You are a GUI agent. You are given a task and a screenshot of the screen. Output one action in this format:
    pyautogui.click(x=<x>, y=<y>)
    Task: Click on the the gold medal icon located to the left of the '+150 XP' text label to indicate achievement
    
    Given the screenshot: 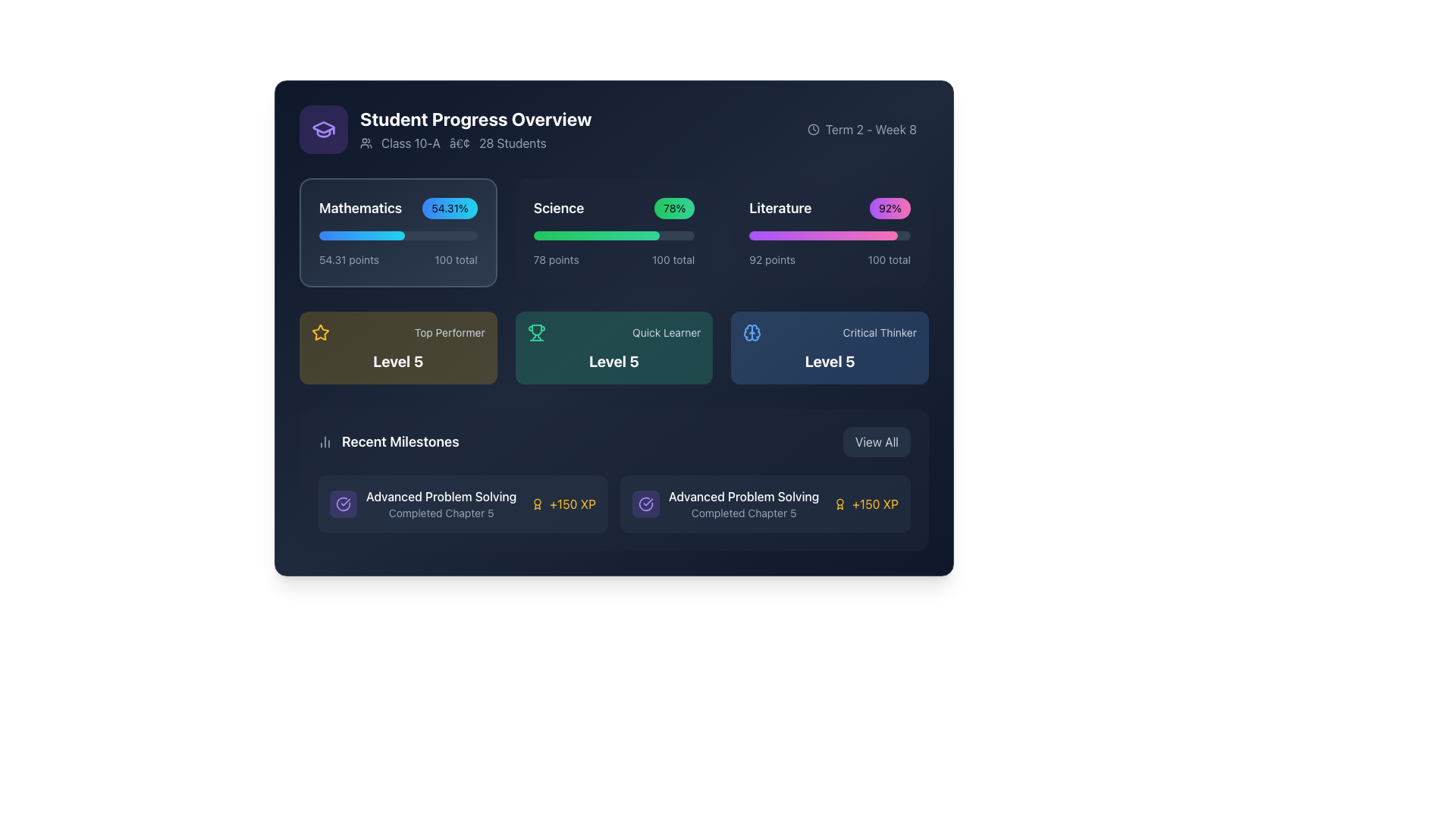 What is the action you would take?
    pyautogui.click(x=538, y=504)
    